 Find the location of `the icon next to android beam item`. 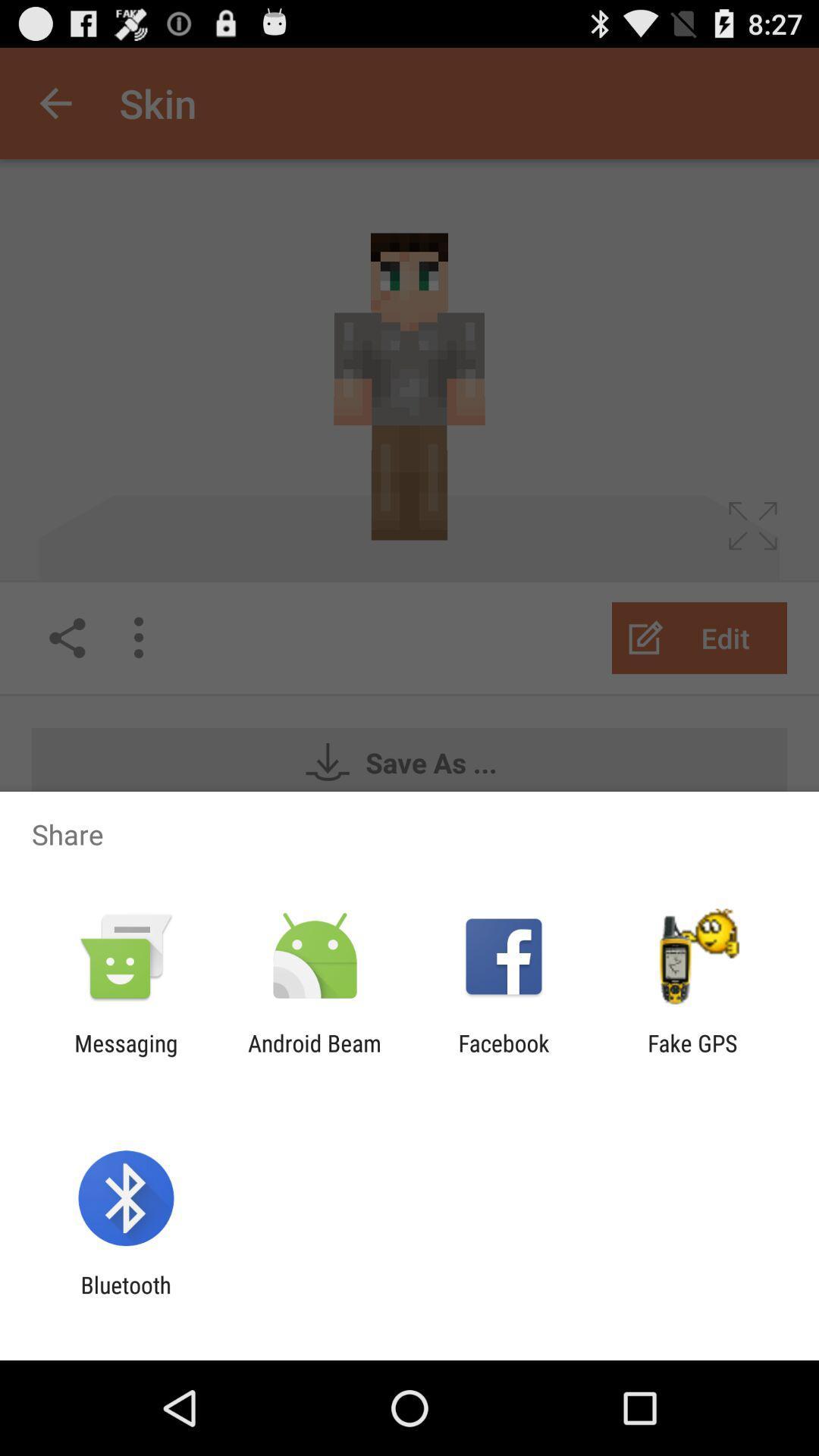

the icon next to android beam item is located at coordinates (504, 1056).